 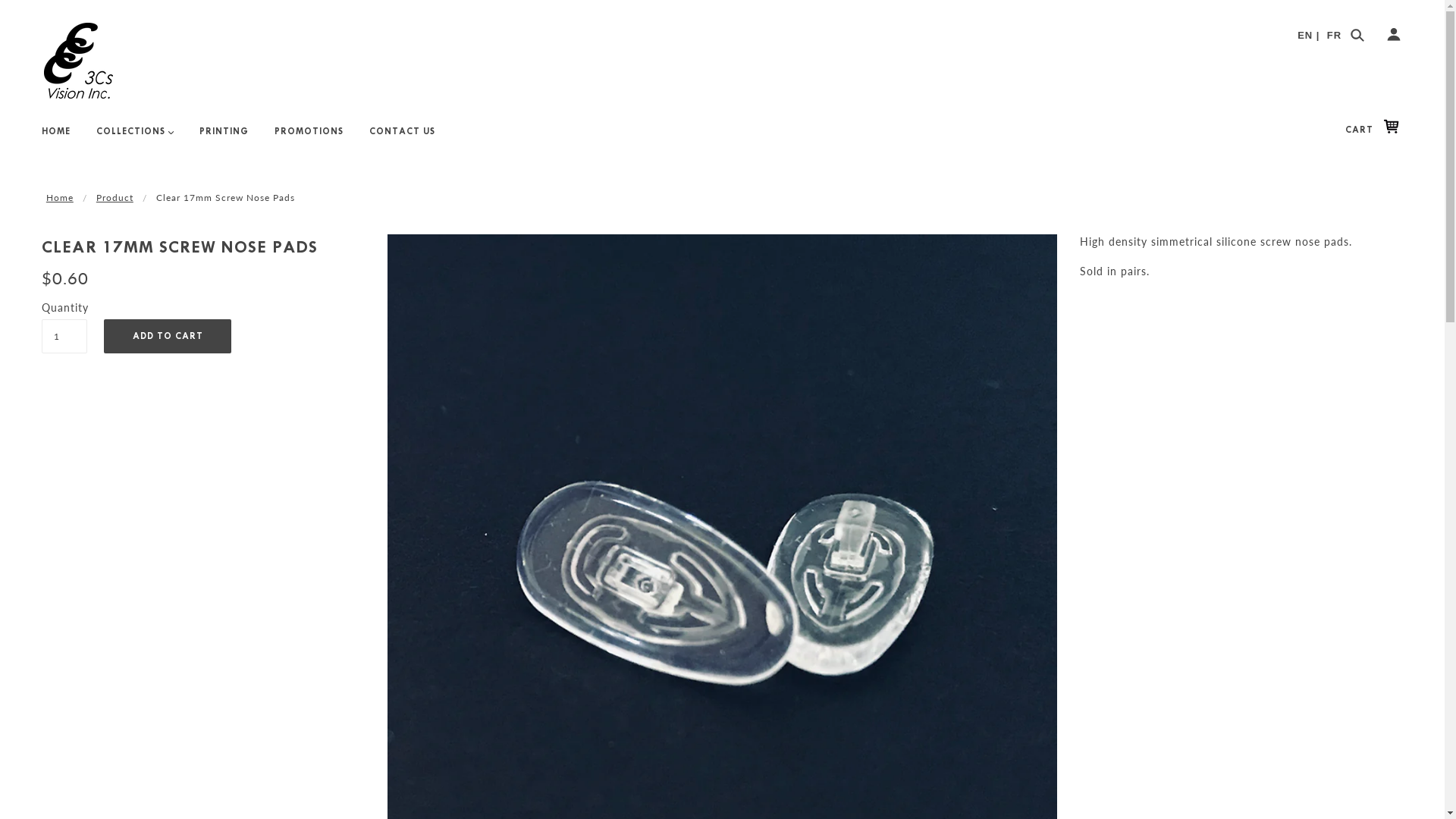 What do you see at coordinates (55, 137) in the screenshot?
I see `'HOME'` at bounding box center [55, 137].